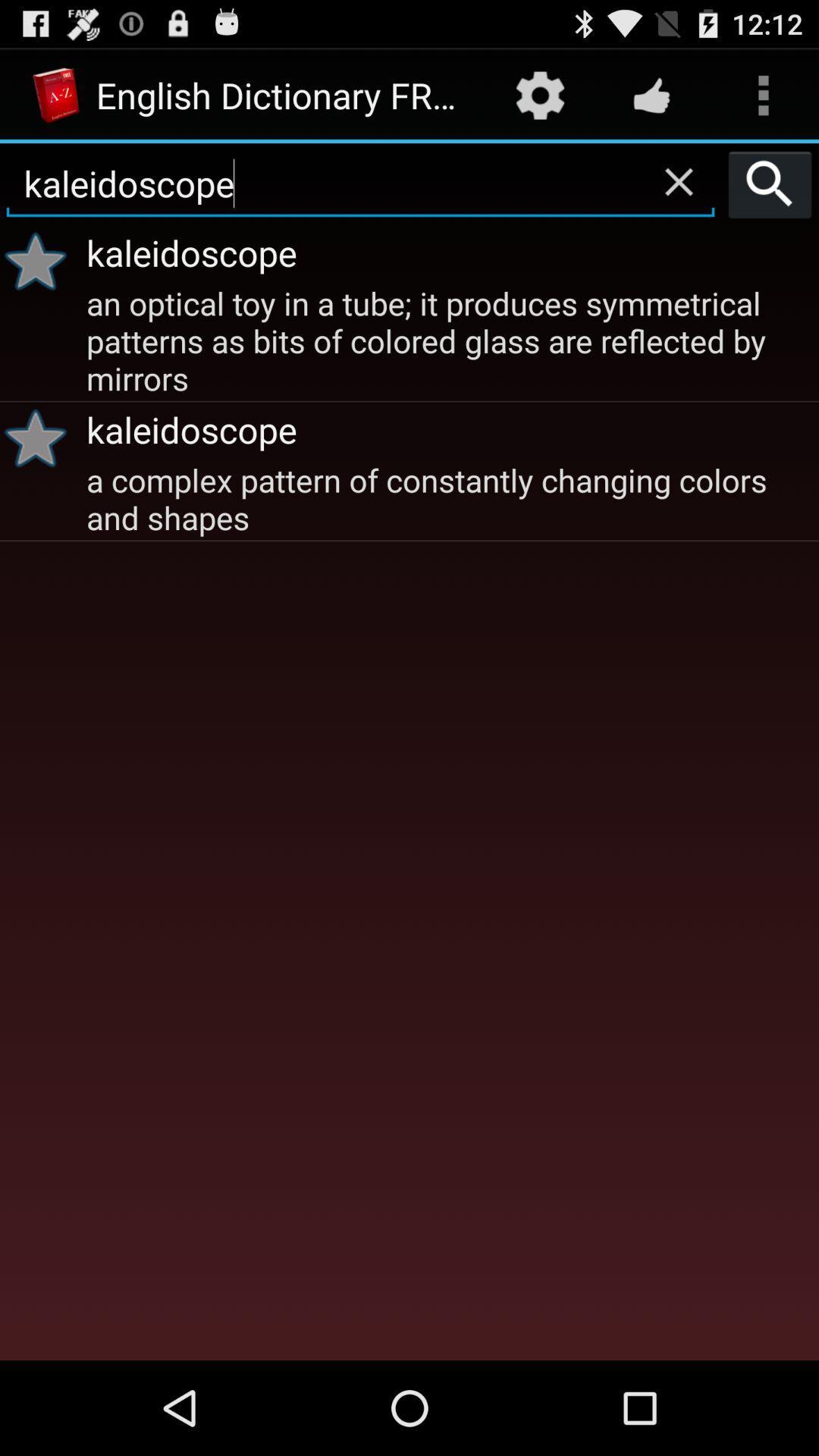  I want to click on item to the right of english dictionary free icon, so click(539, 94).